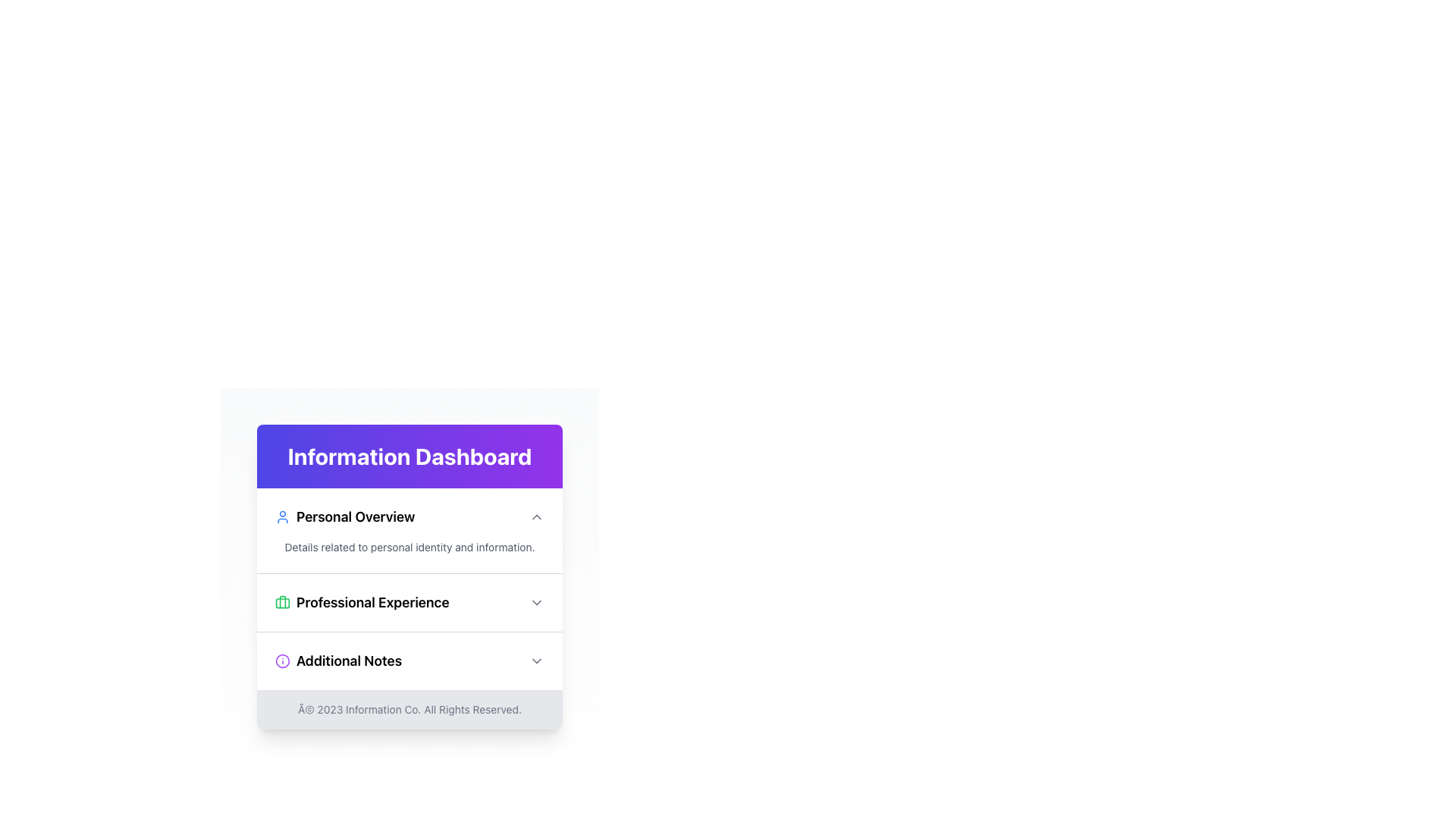 Image resolution: width=1456 pixels, height=819 pixels. Describe the element at coordinates (409, 601) in the screenshot. I see `the Collapsible Section Header located between the 'Personal Overview' and 'Additional Notes' sections` at that location.